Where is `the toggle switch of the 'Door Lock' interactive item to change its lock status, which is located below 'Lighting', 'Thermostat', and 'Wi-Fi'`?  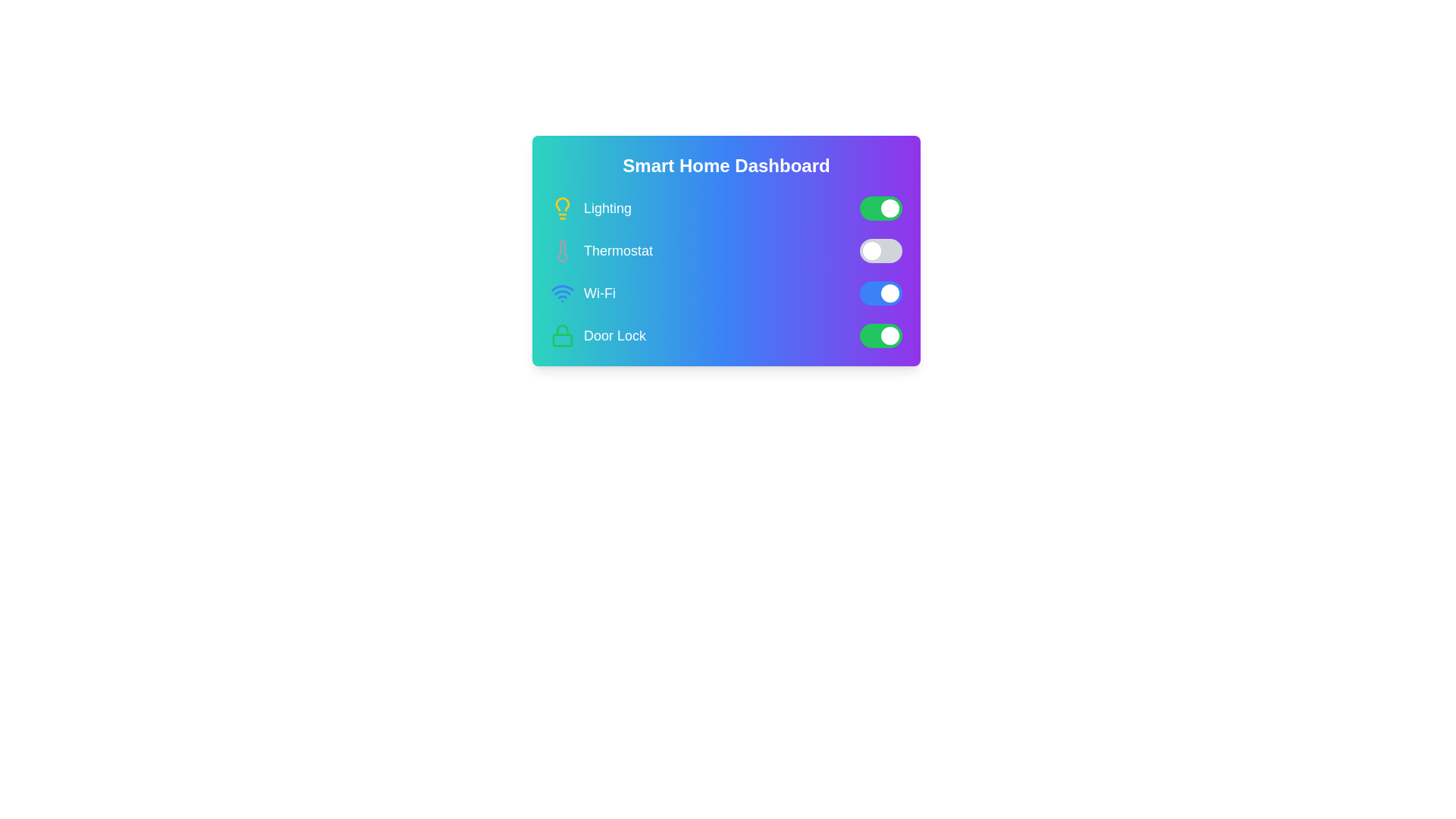 the toggle switch of the 'Door Lock' interactive item to change its lock status, which is located below 'Lighting', 'Thermostat', and 'Wi-Fi' is located at coordinates (726, 335).